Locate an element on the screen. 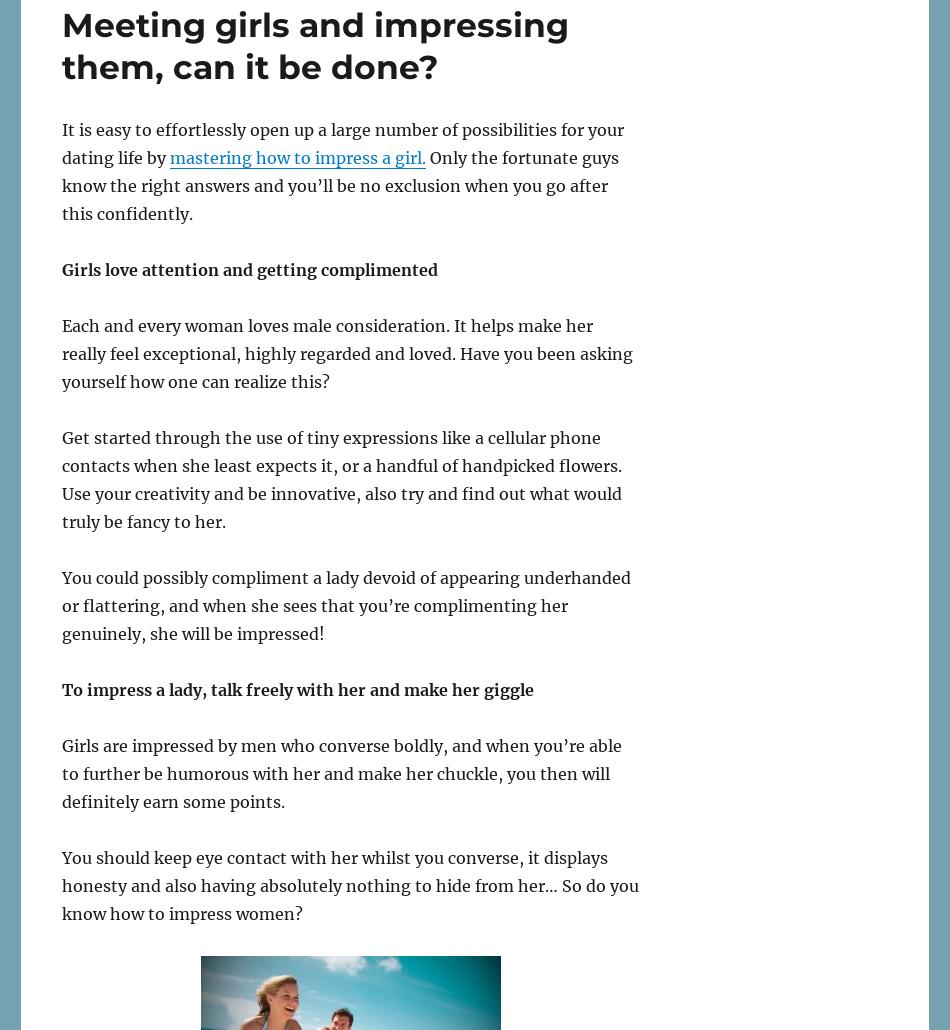 This screenshot has height=1030, width=950. 'Girls love attention and getting complimented' is located at coordinates (249, 268).